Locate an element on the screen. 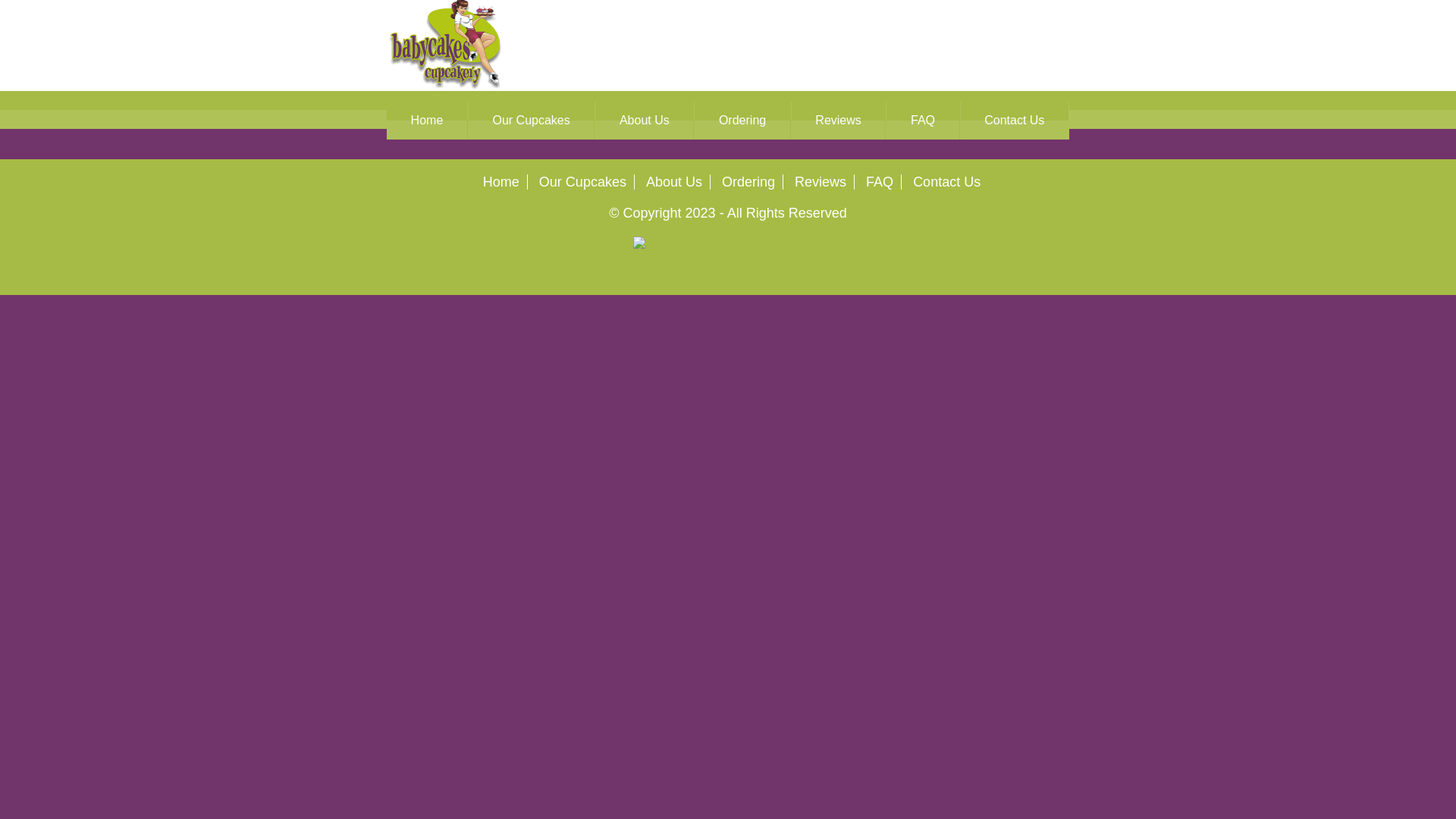 This screenshot has height=819, width=1456. 'Our Cupcakes' is located at coordinates (531, 119).